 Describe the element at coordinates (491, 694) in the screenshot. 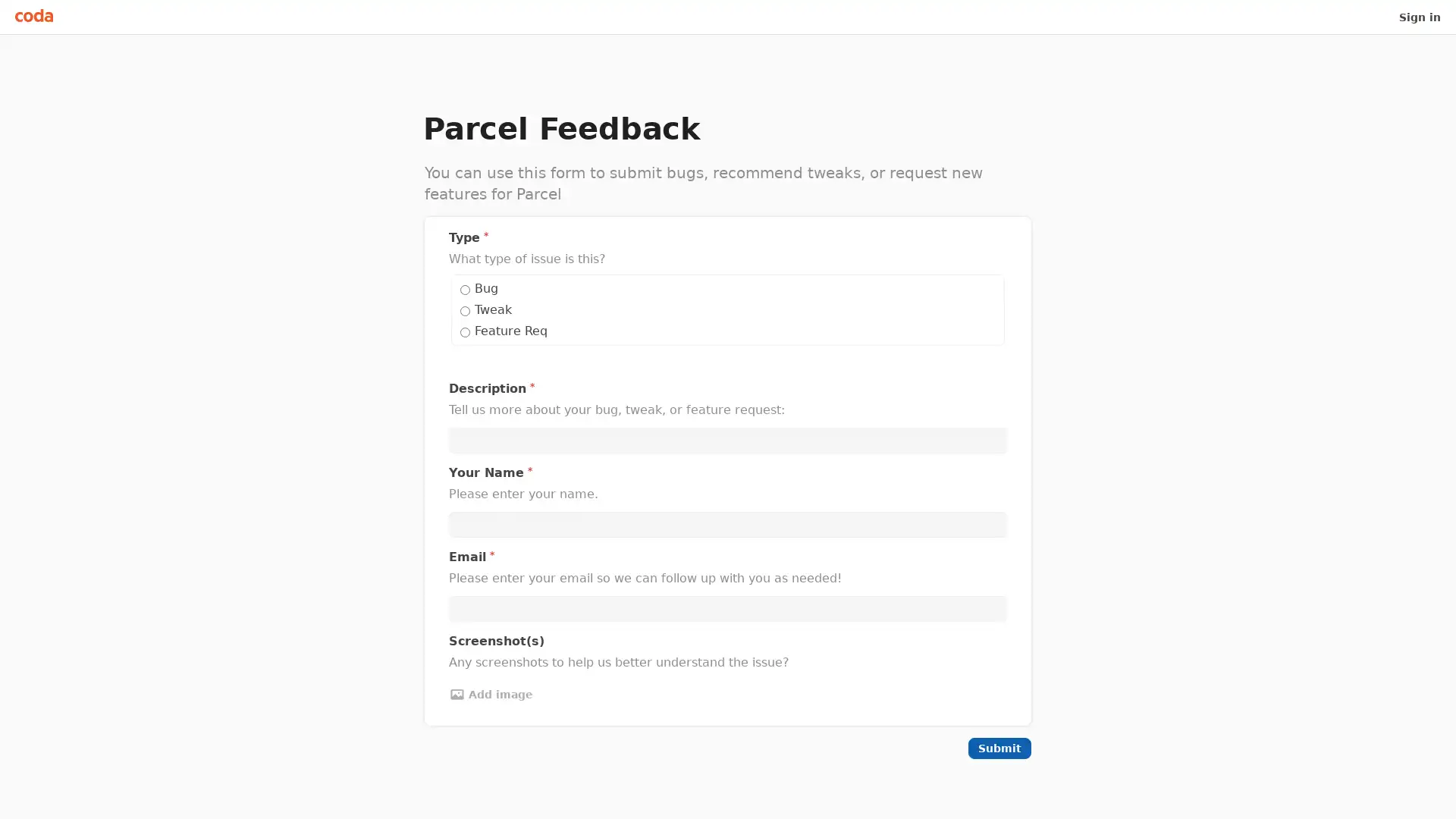

I see `Add image` at that location.